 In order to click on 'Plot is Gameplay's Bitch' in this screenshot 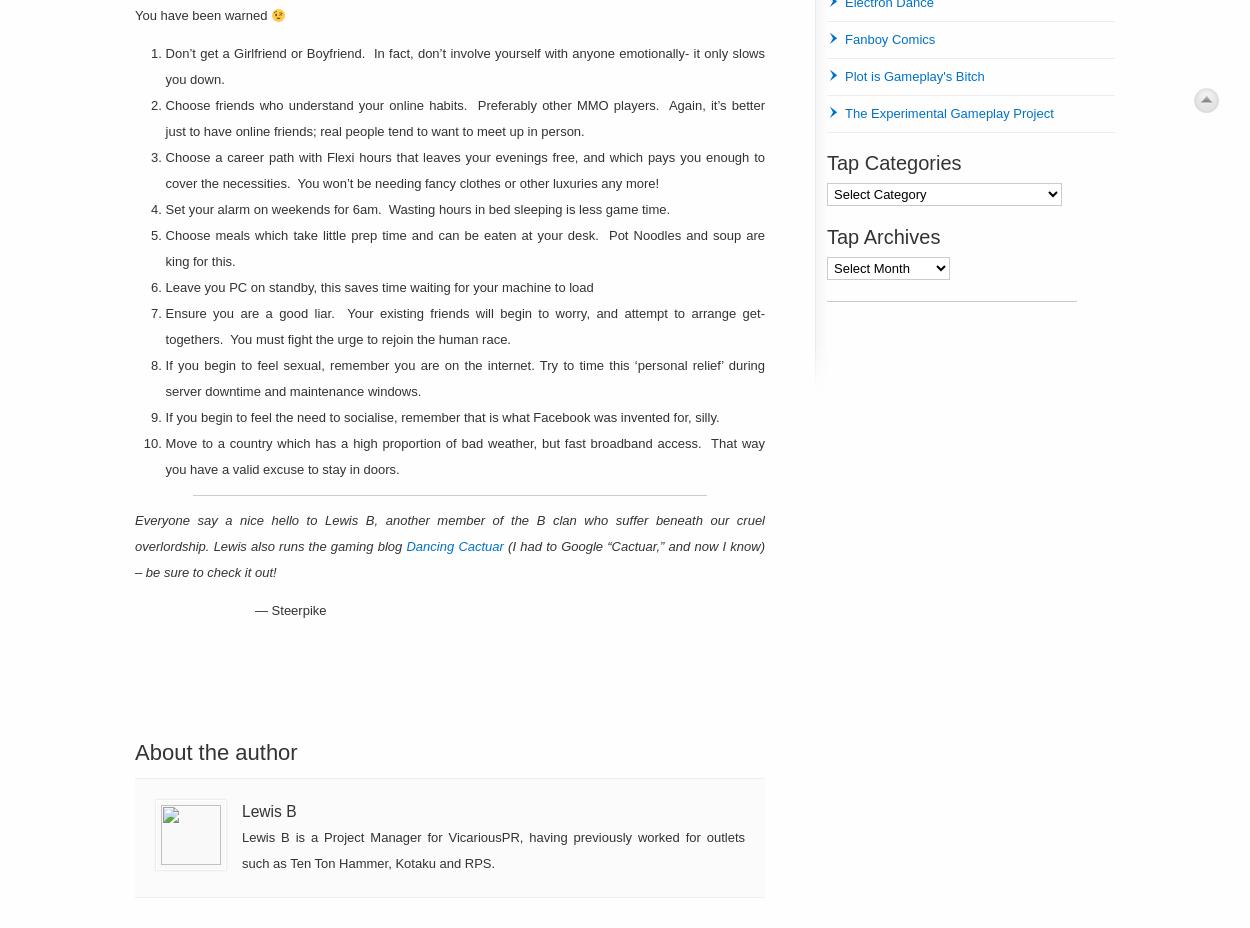, I will do `click(914, 74)`.